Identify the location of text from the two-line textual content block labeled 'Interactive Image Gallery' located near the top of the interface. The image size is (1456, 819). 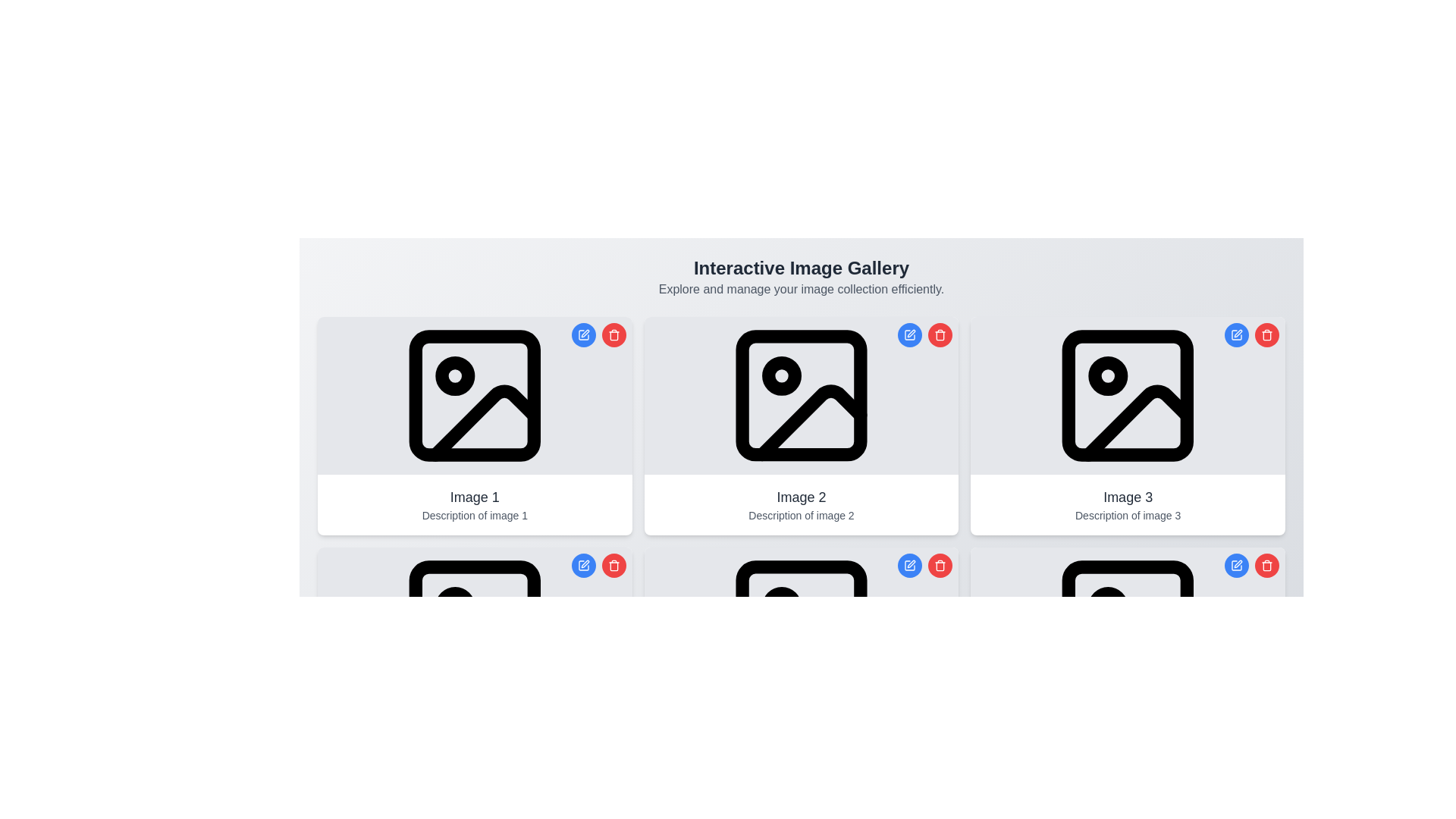
(800, 278).